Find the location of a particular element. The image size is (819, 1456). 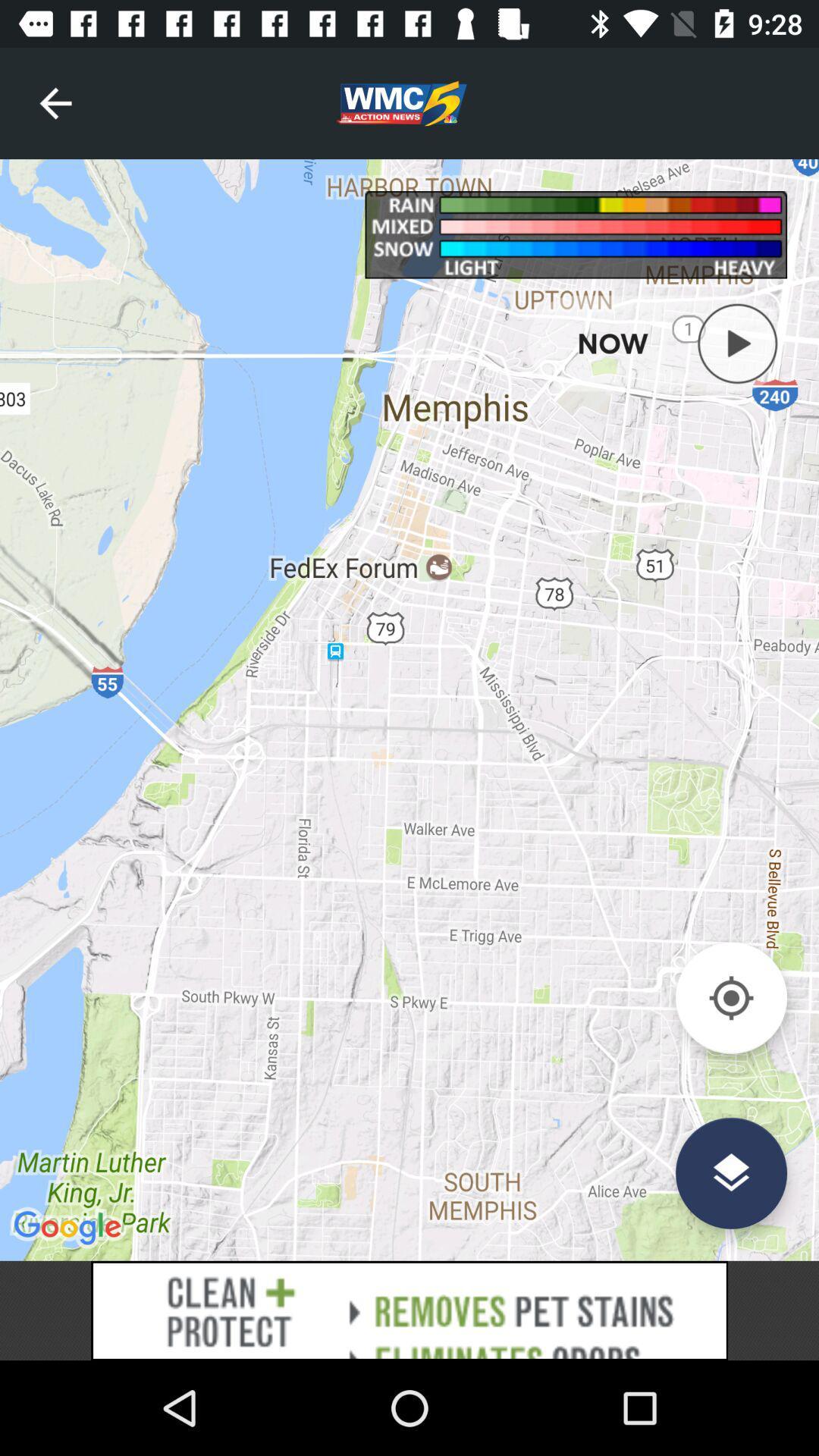

point is located at coordinates (730, 998).